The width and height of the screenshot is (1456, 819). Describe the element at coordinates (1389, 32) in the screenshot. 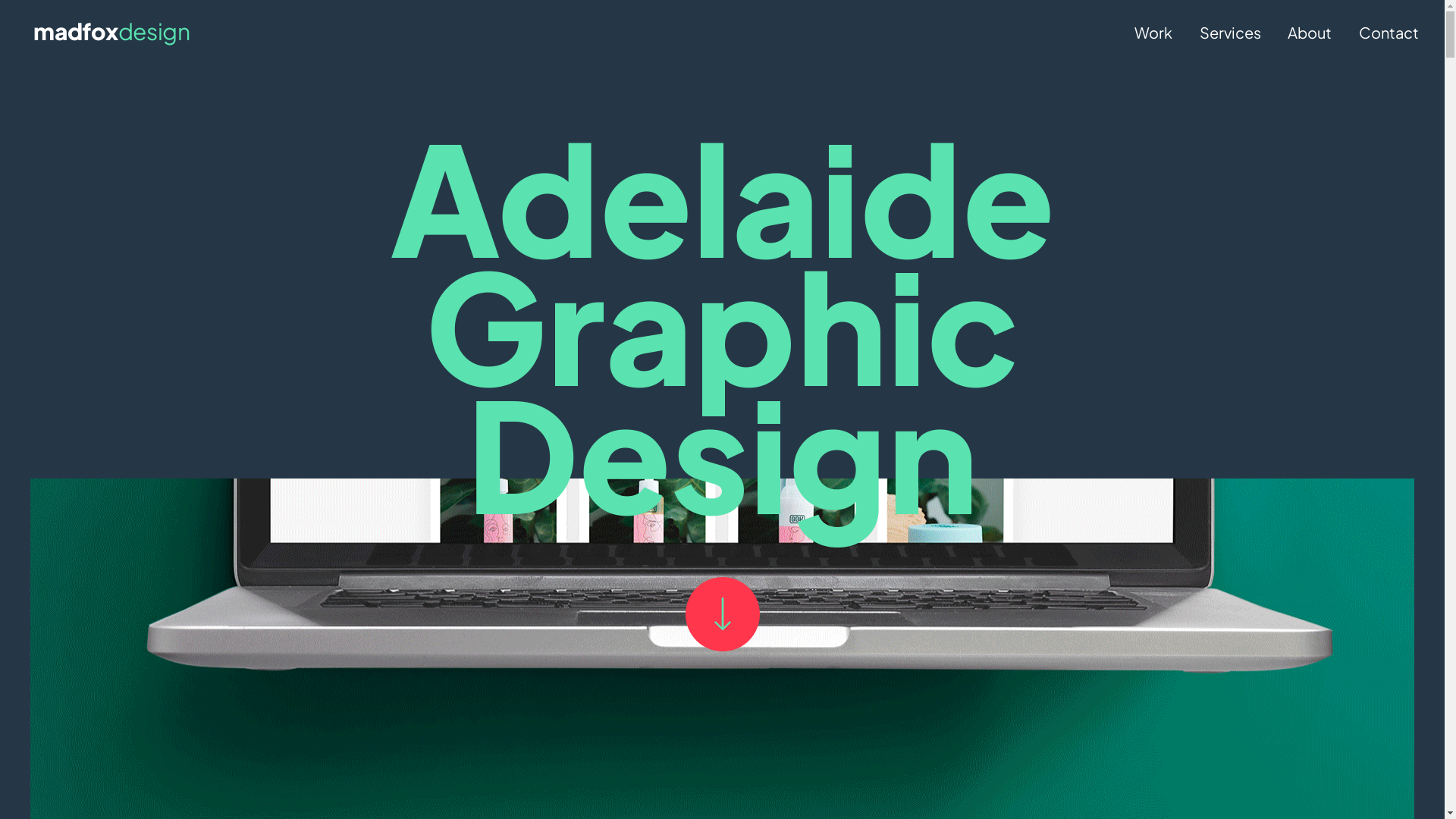

I see `'Contact'` at that location.